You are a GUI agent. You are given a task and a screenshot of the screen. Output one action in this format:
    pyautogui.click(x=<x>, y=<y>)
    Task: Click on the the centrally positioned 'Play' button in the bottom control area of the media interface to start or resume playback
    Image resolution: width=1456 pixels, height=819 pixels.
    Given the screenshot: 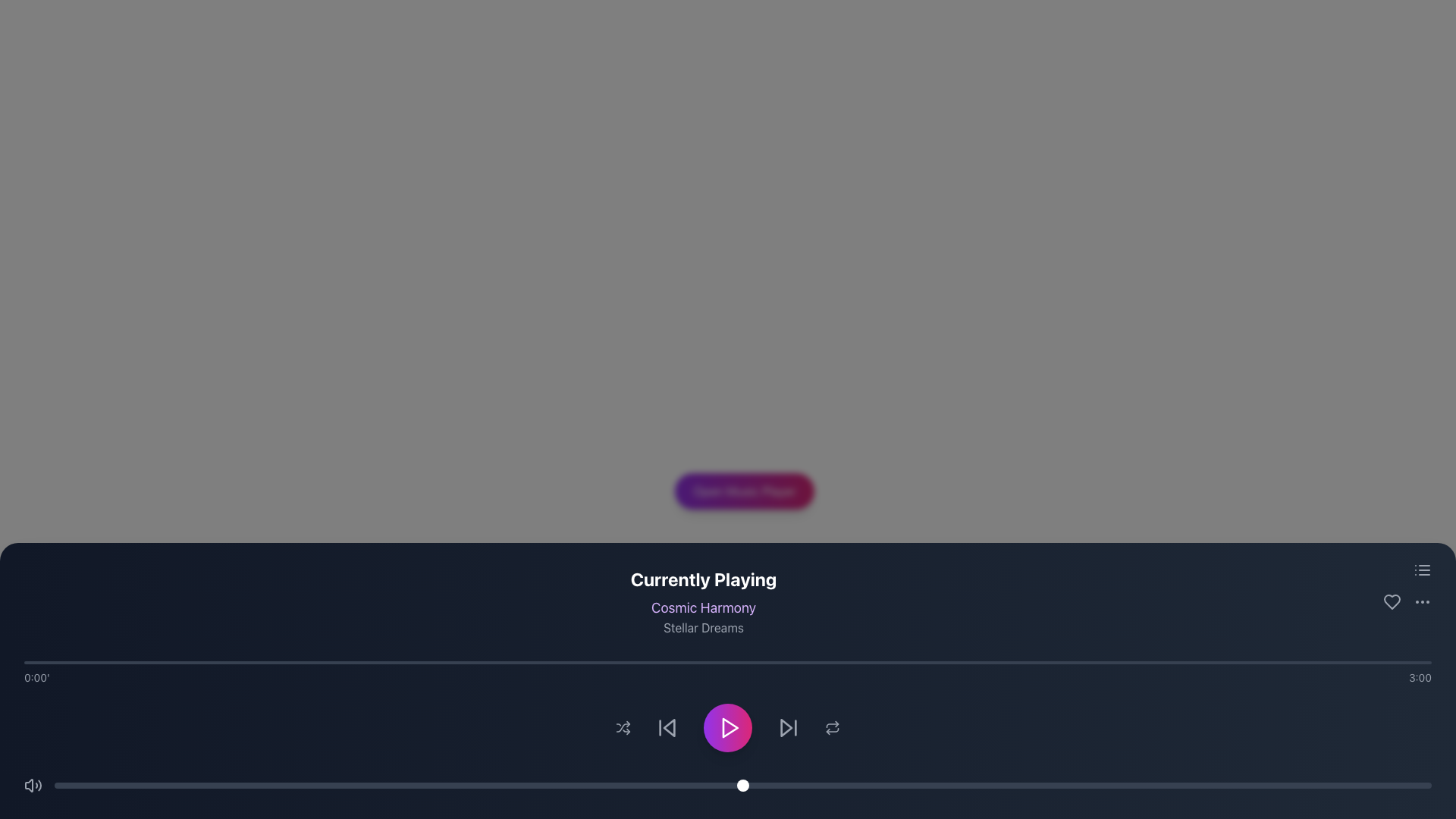 What is the action you would take?
    pyautogui.click(x=730, y=727)
    